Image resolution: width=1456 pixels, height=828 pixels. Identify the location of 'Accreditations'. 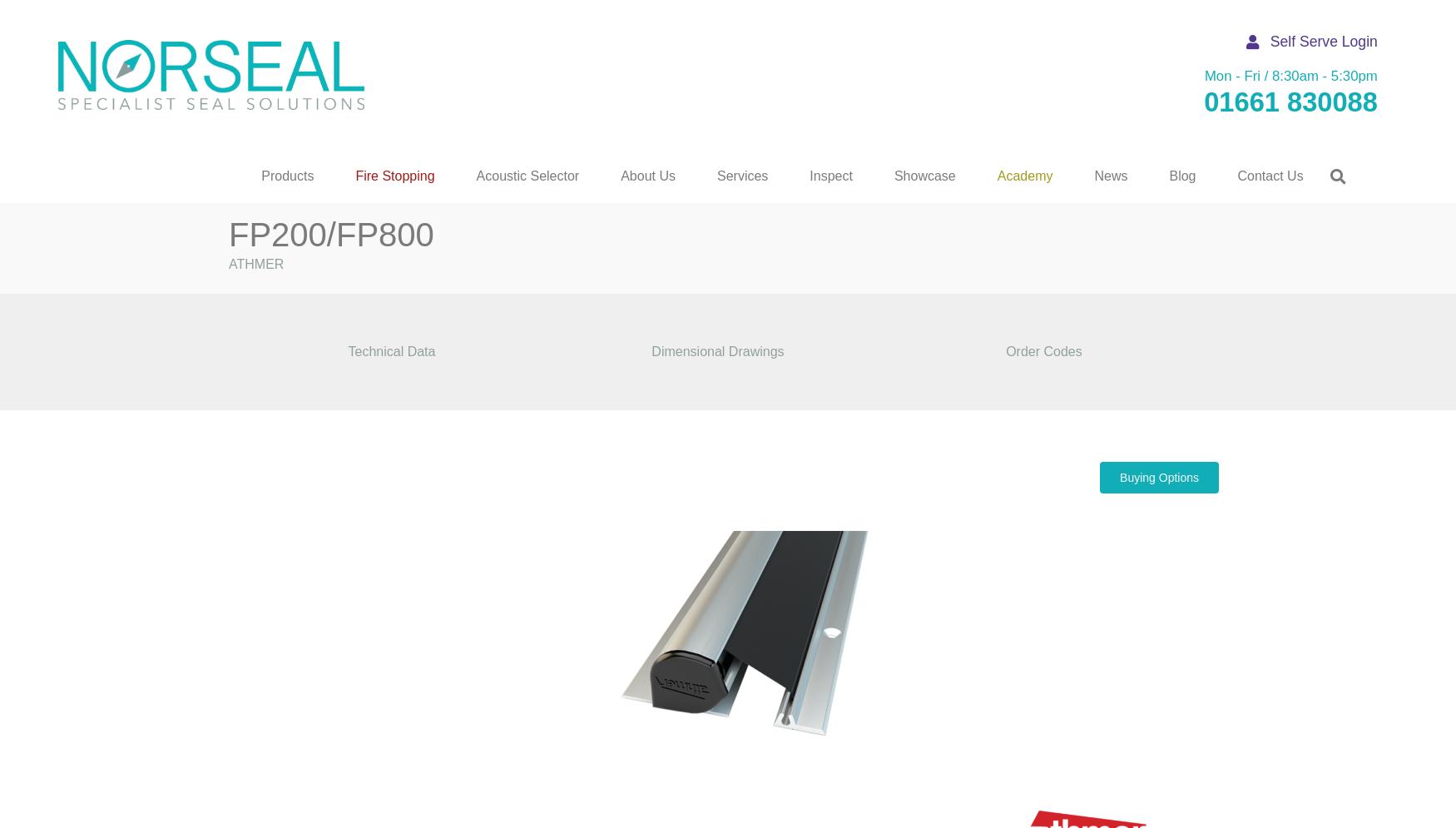
(646, 412).